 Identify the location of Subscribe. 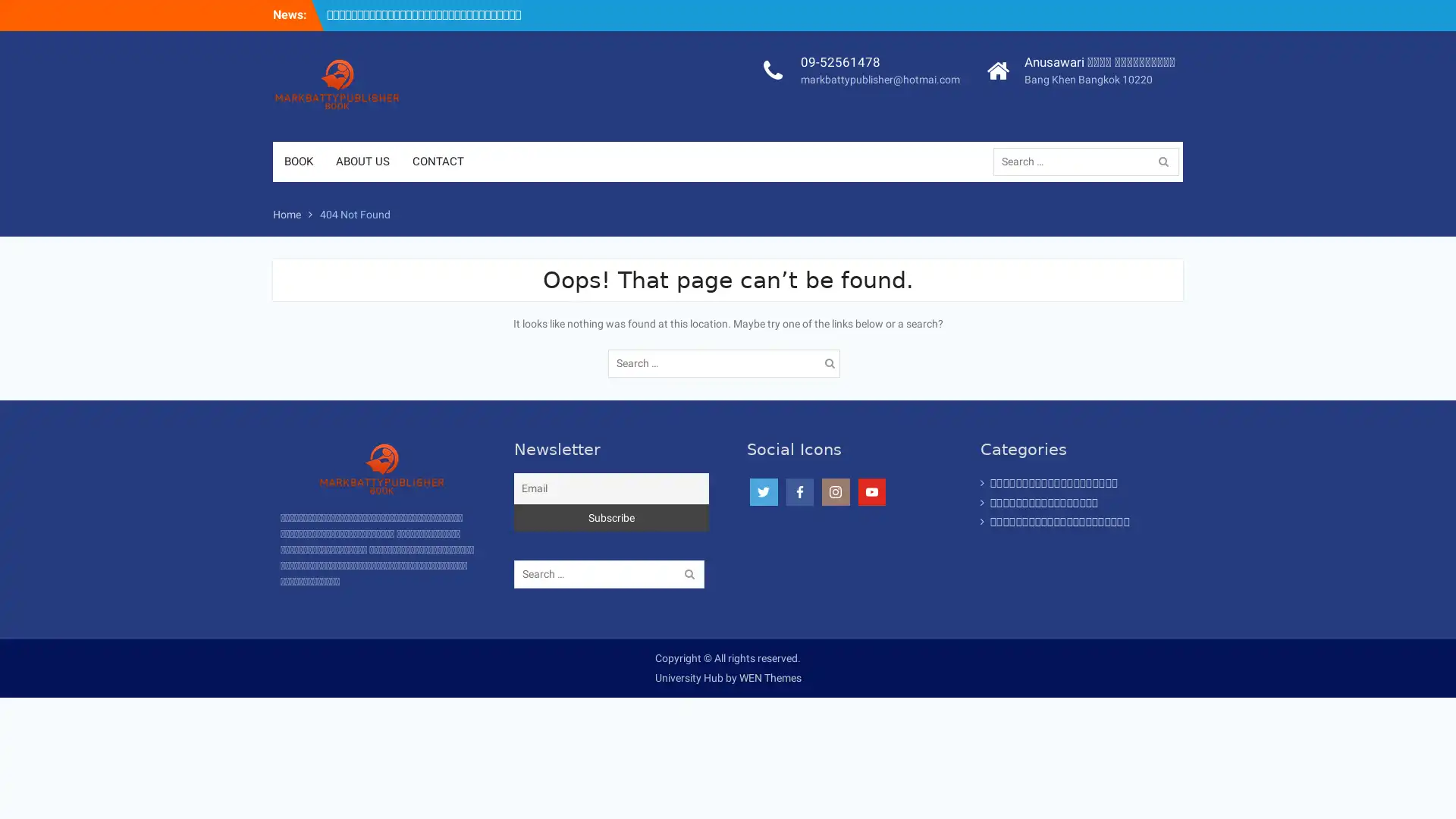
(611, 516).